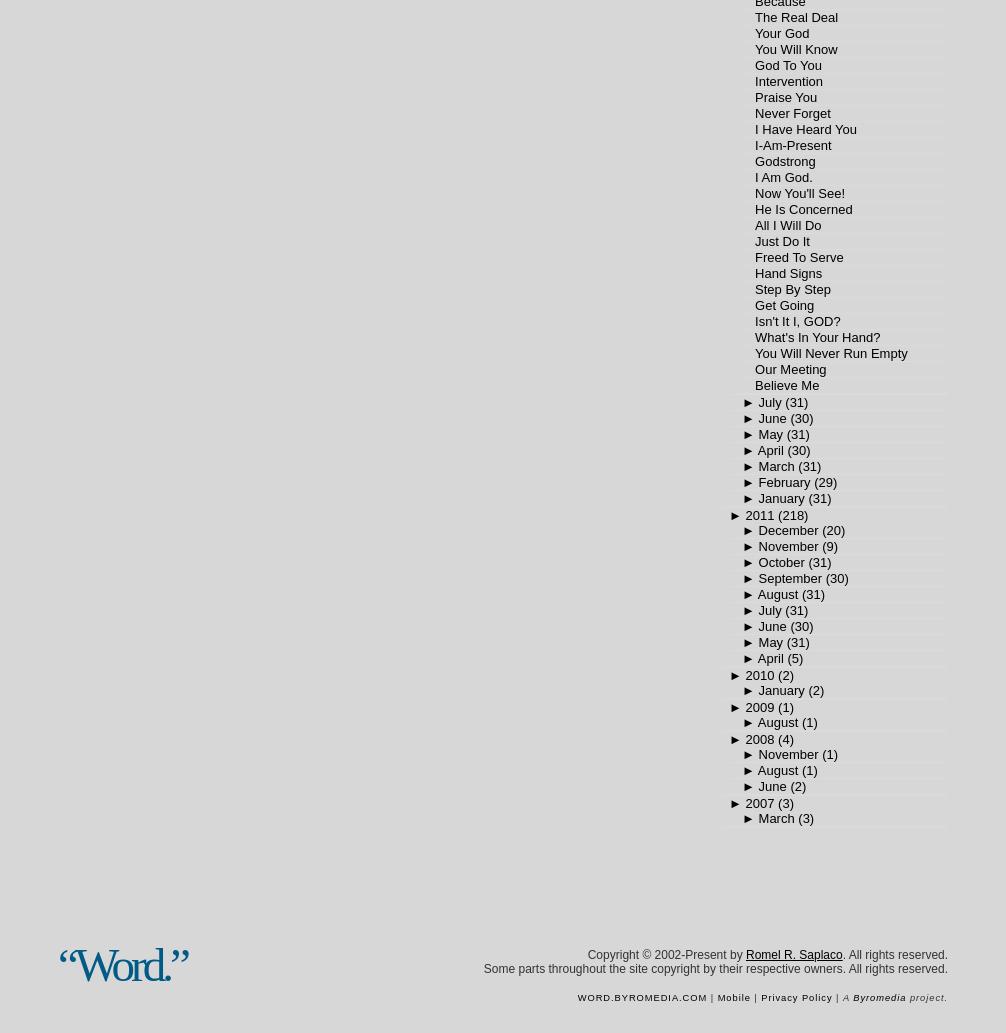 The image size is (1006, 1033). What do you see at coordinates (735, 954) in the screenshot?
I see `'by'` at bounding box center [735, 954].